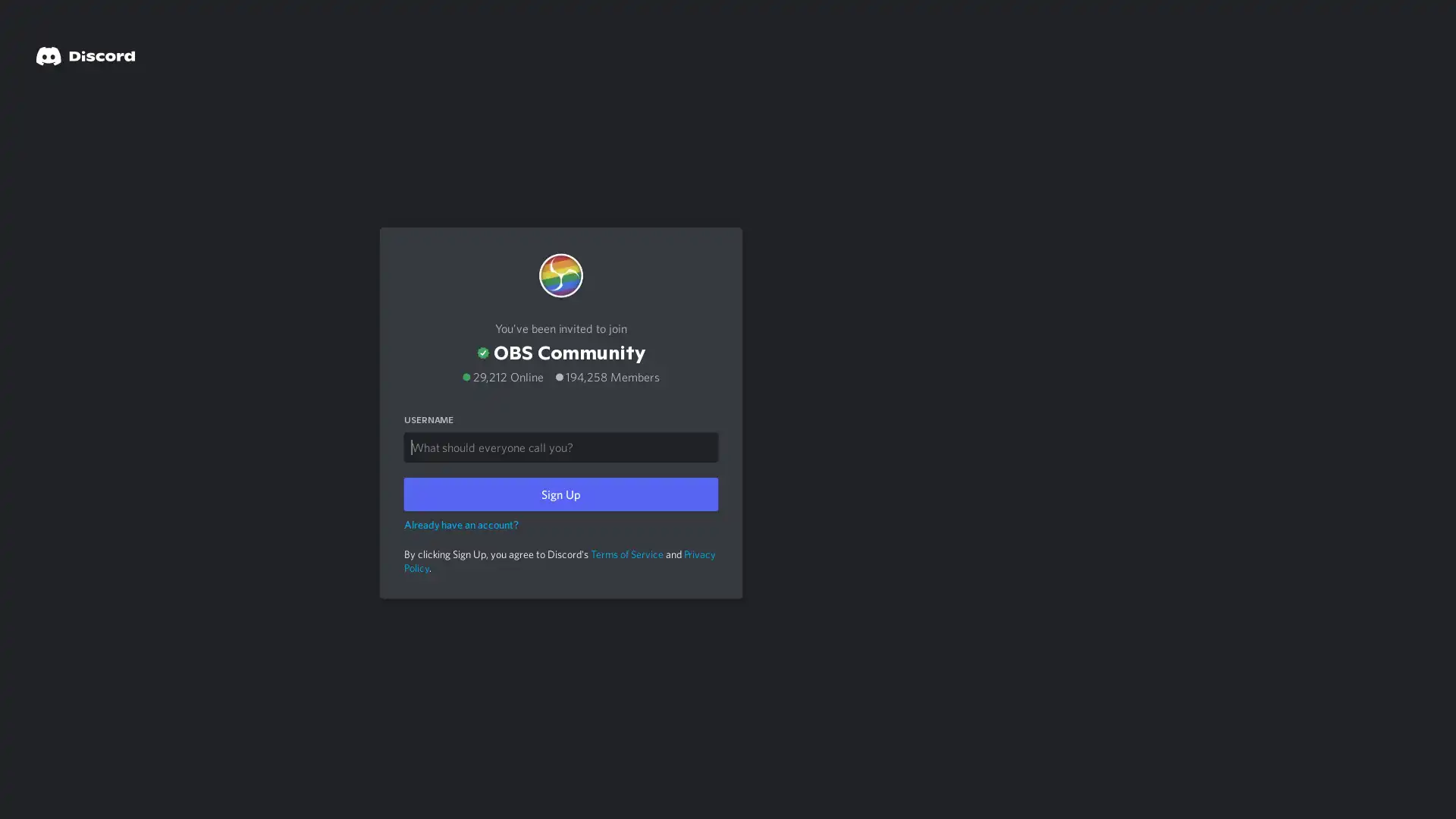 Image resolution: width=1456 pixels, height=819 pixels. I want to click on Sign Up, so click(560, 491).